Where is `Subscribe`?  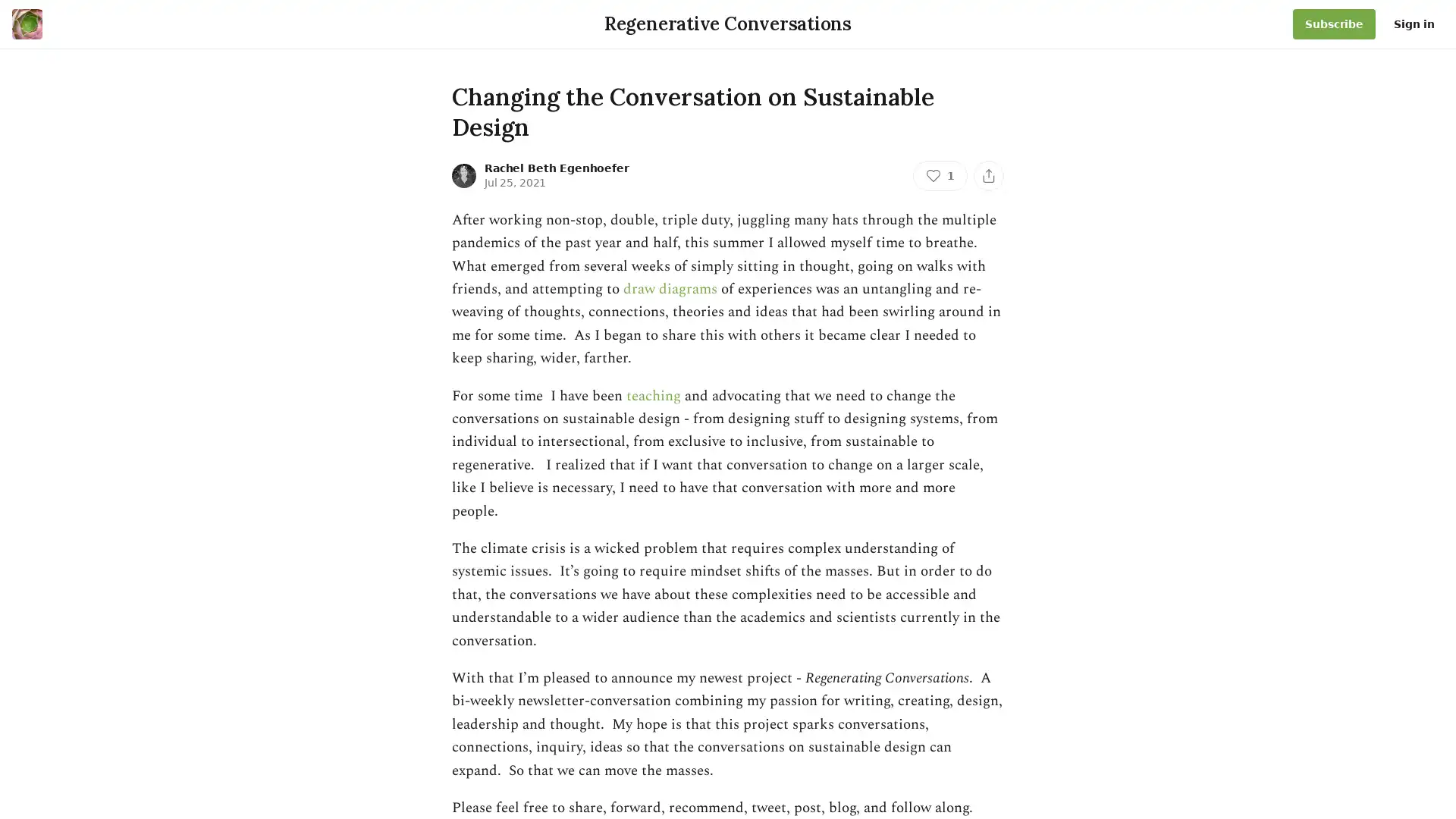
Subscribe is located at coordinates (1333, 24).